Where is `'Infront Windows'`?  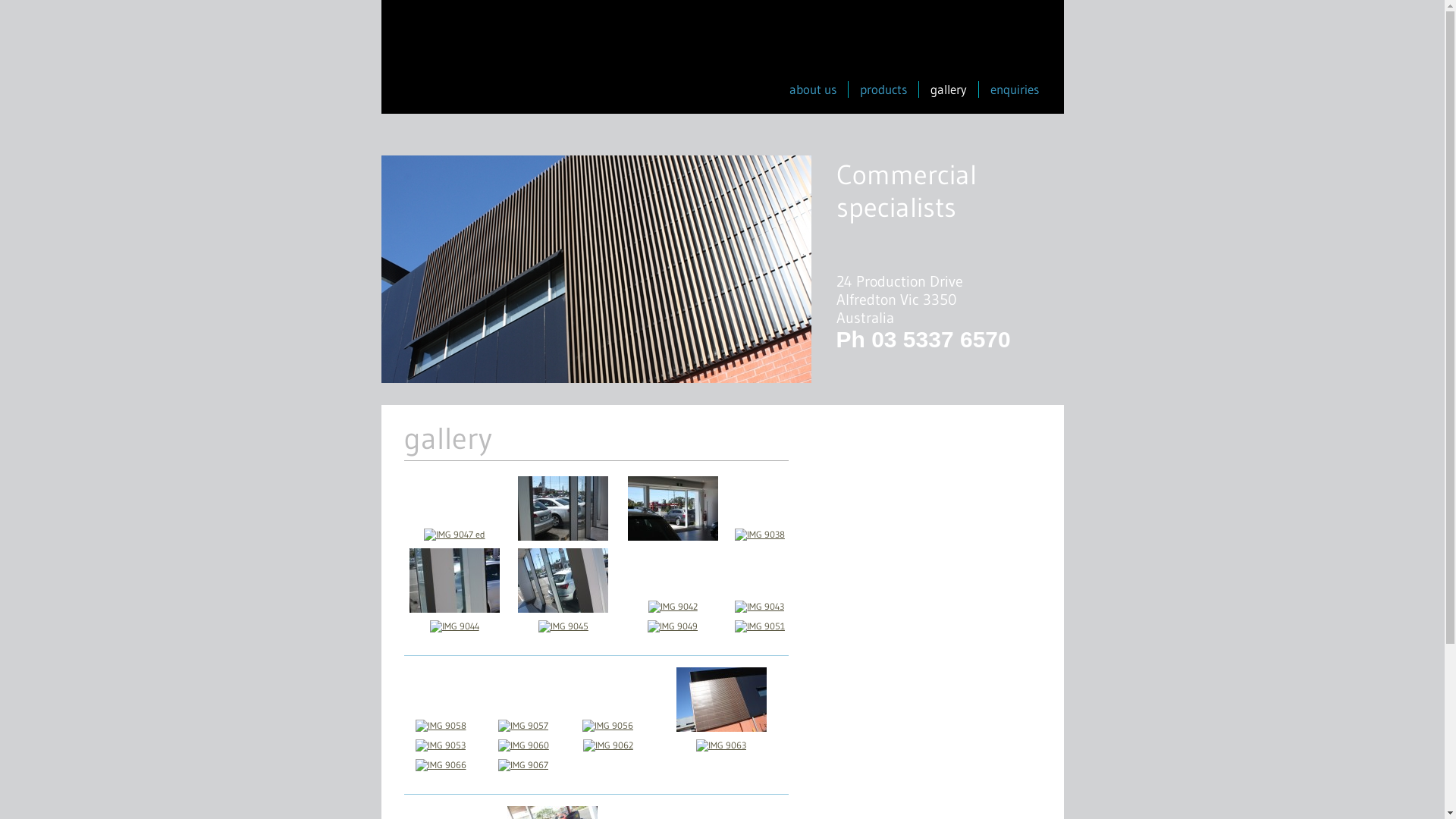 'Infront Windows' is located at coordinates (397, 61).